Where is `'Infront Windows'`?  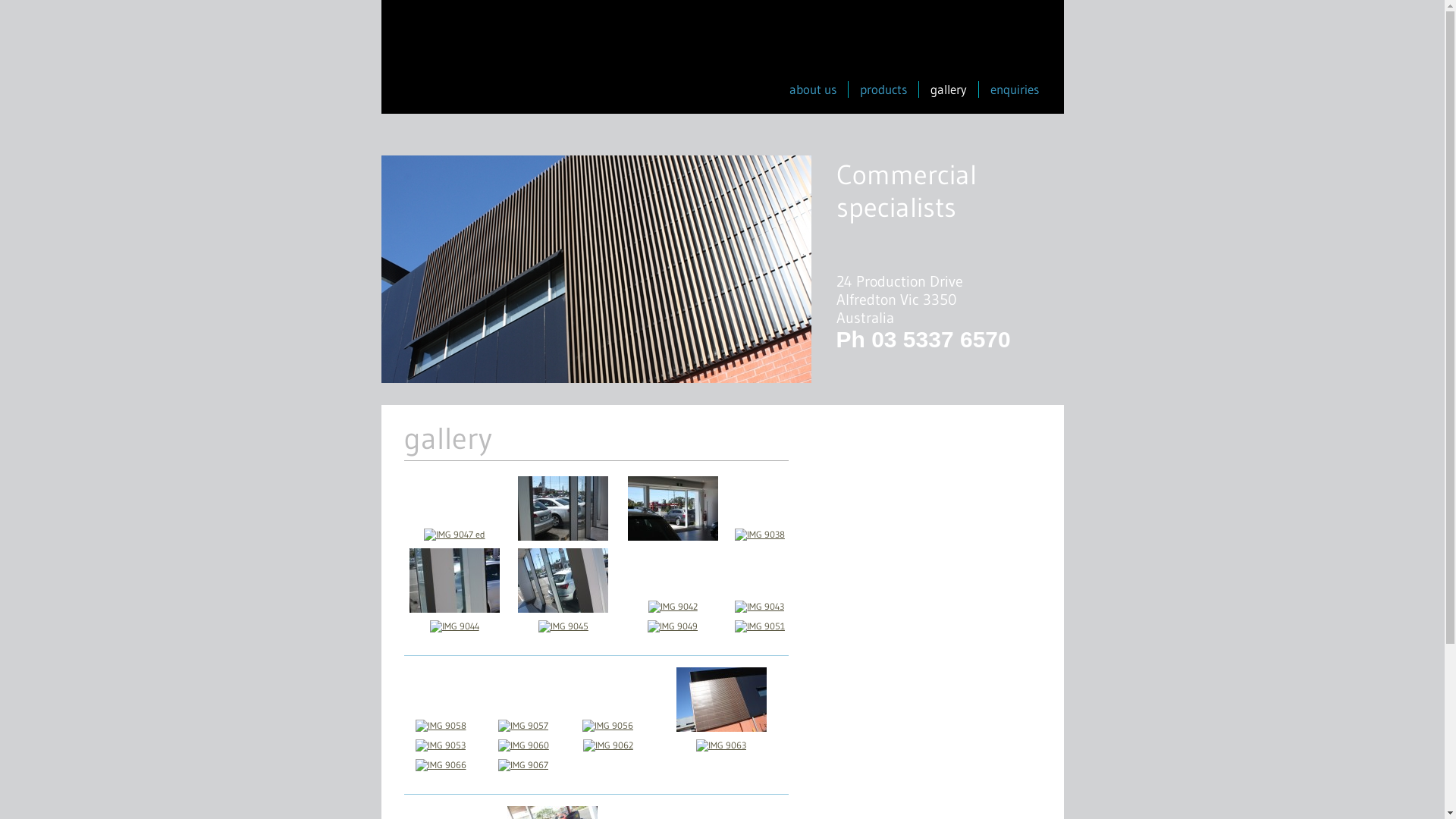 'Infront Windows' is located at coordinates (397, 61).